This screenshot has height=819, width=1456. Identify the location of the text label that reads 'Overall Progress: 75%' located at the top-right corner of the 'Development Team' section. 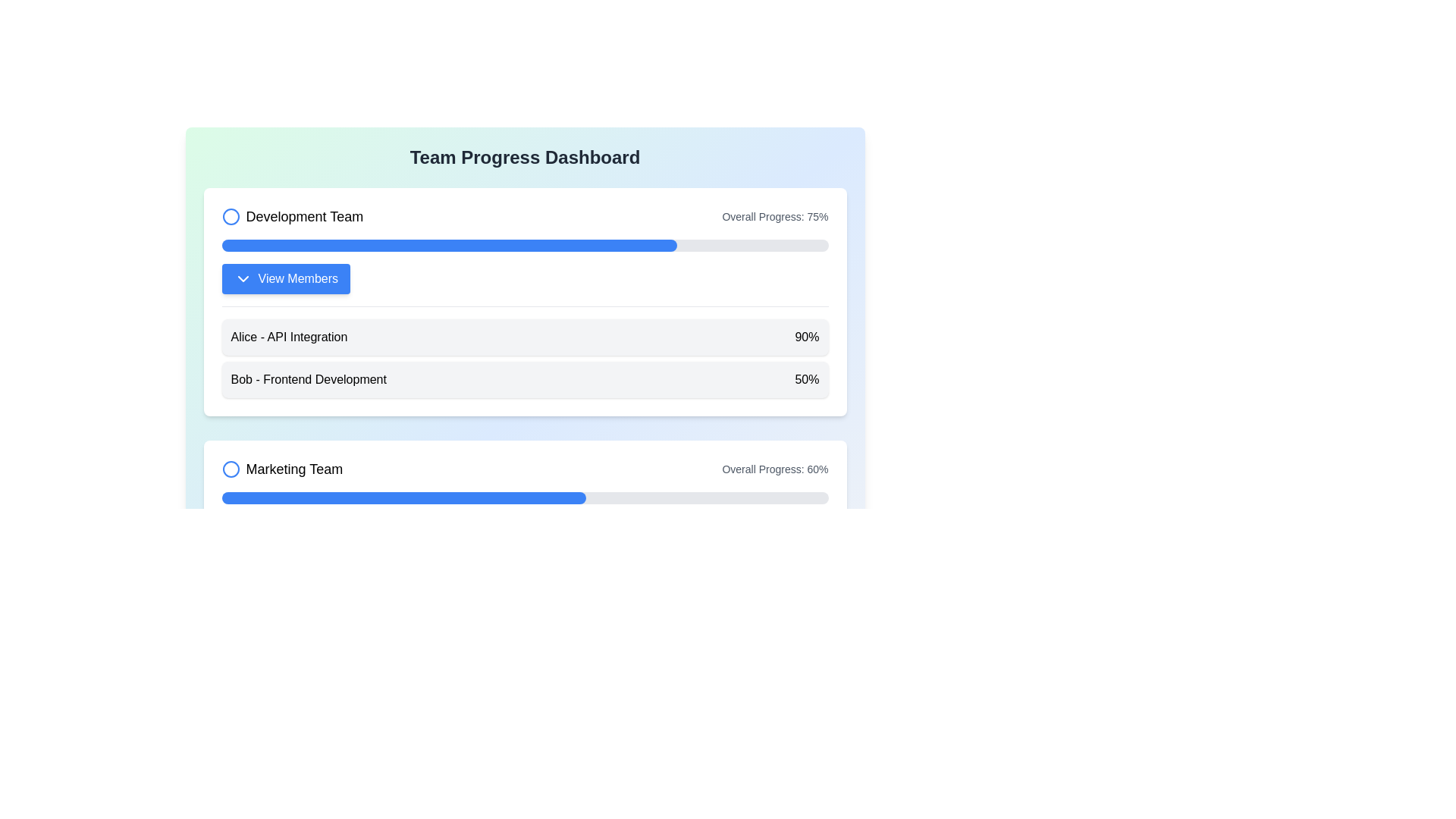
(775, 216).